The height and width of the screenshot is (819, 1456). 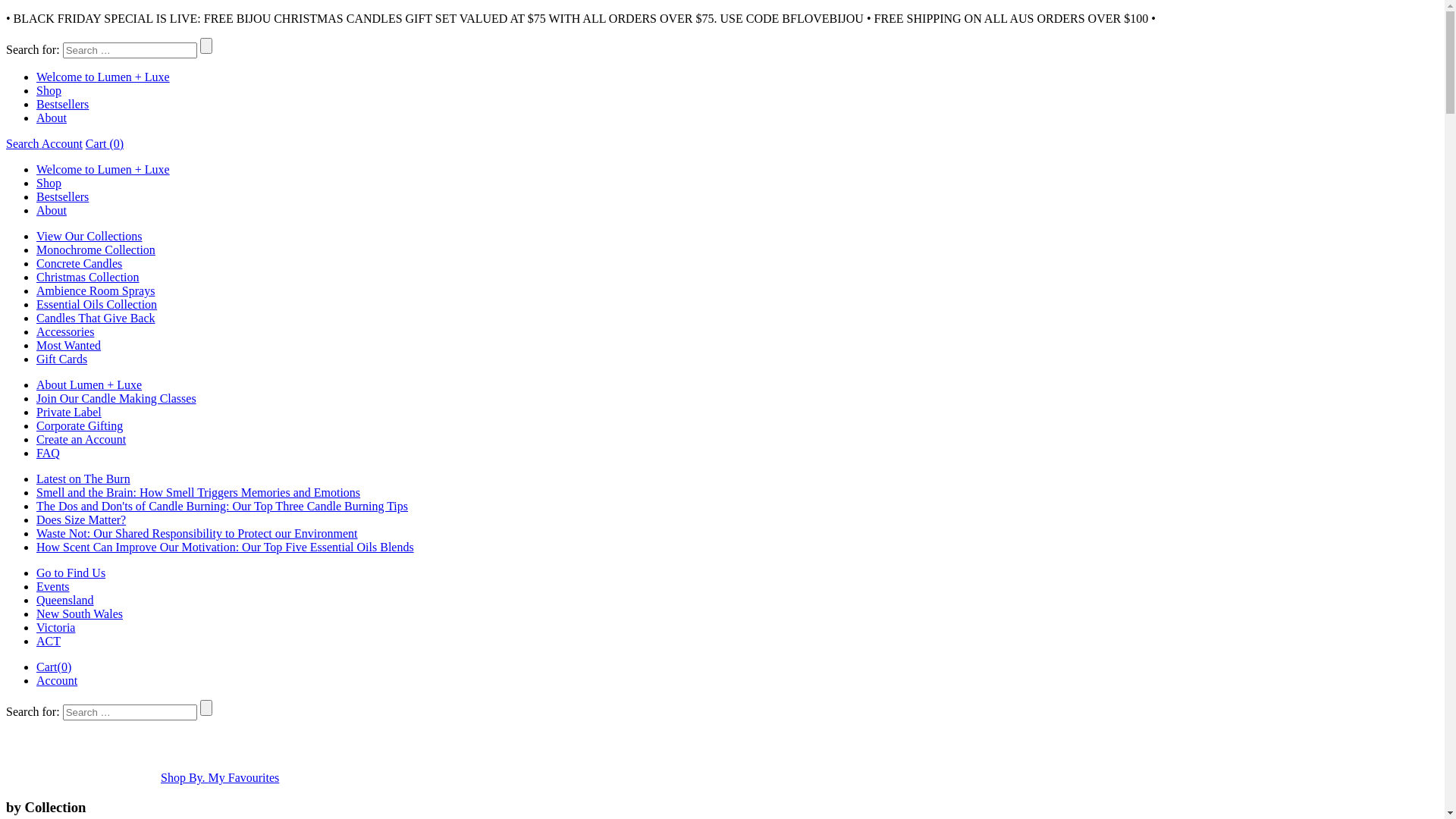 I want to click on 'Victoria', so click(x=36, y=627).